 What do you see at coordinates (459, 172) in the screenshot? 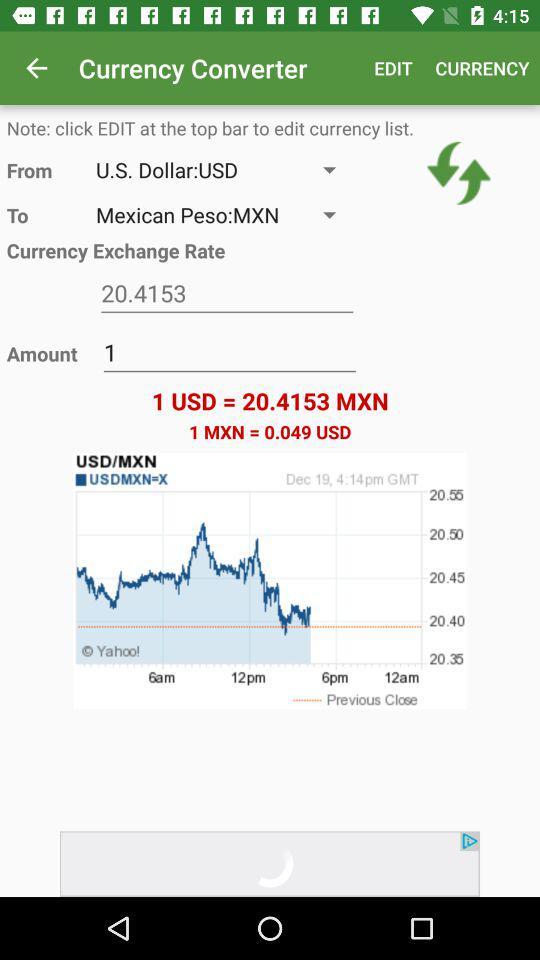
I see `the item above 1 usd 20` at bounding box center [459, 172].